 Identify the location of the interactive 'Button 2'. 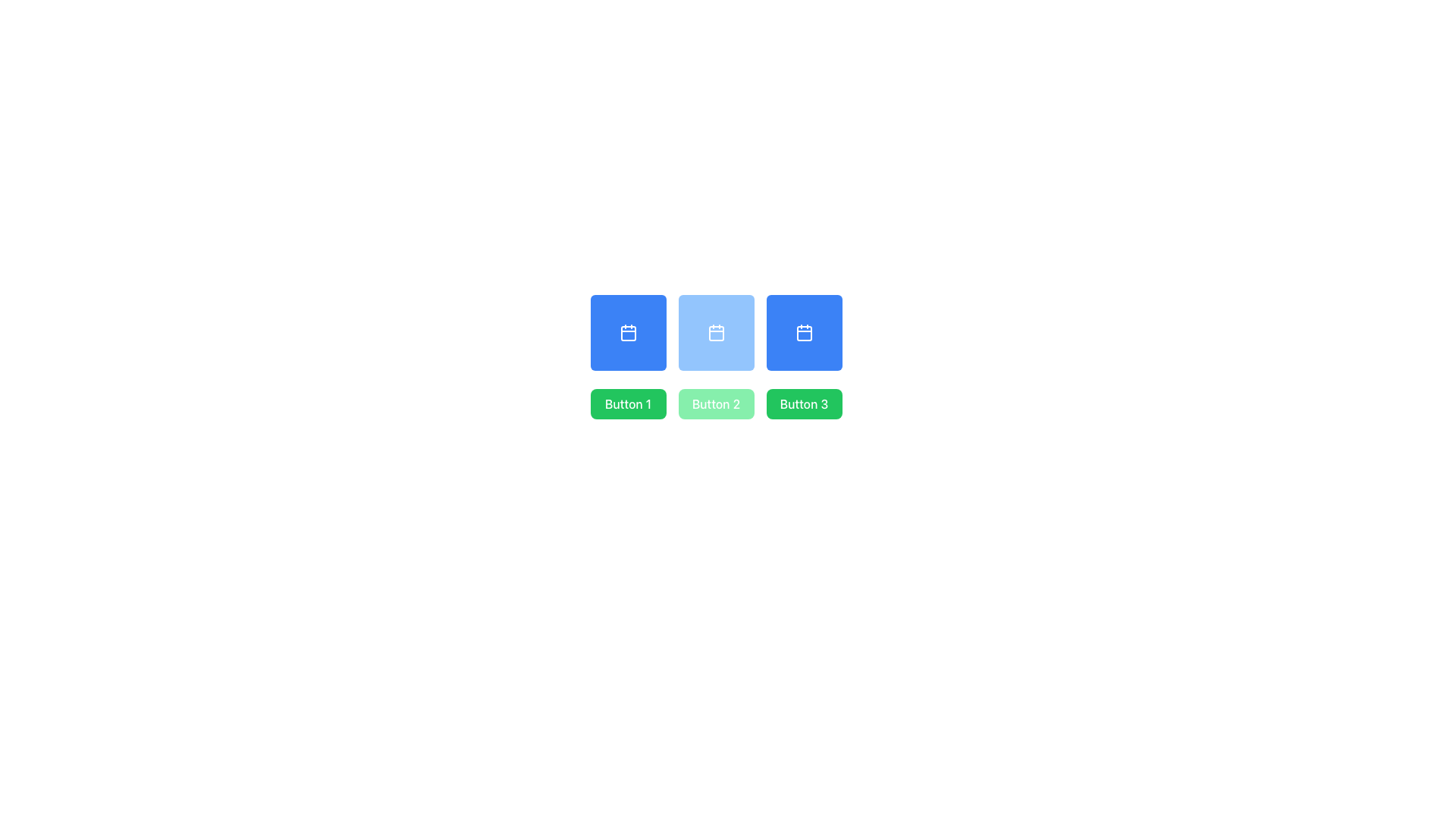
(715, 403).